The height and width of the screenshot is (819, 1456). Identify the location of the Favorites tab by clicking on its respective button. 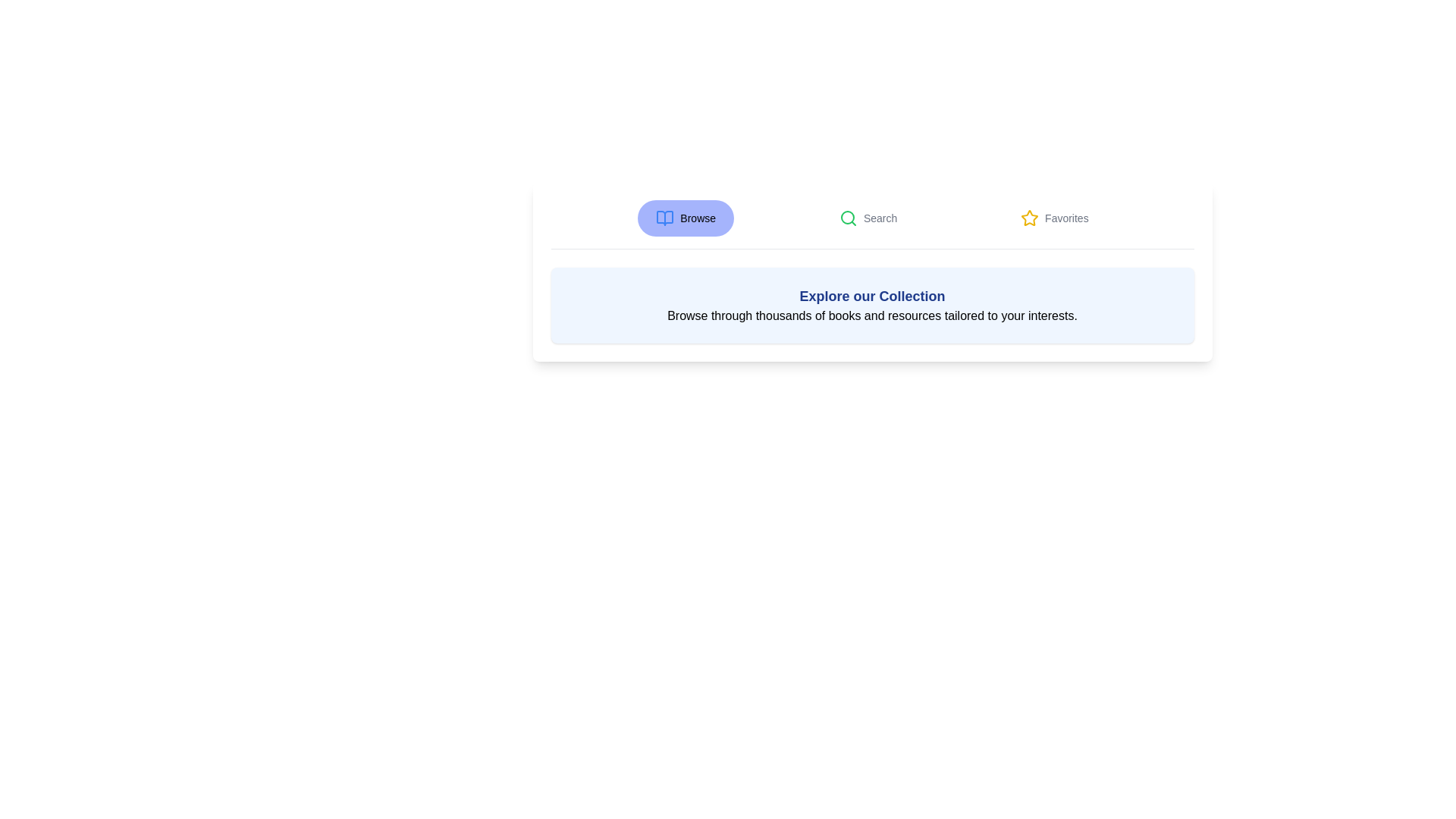
(1053, 218).